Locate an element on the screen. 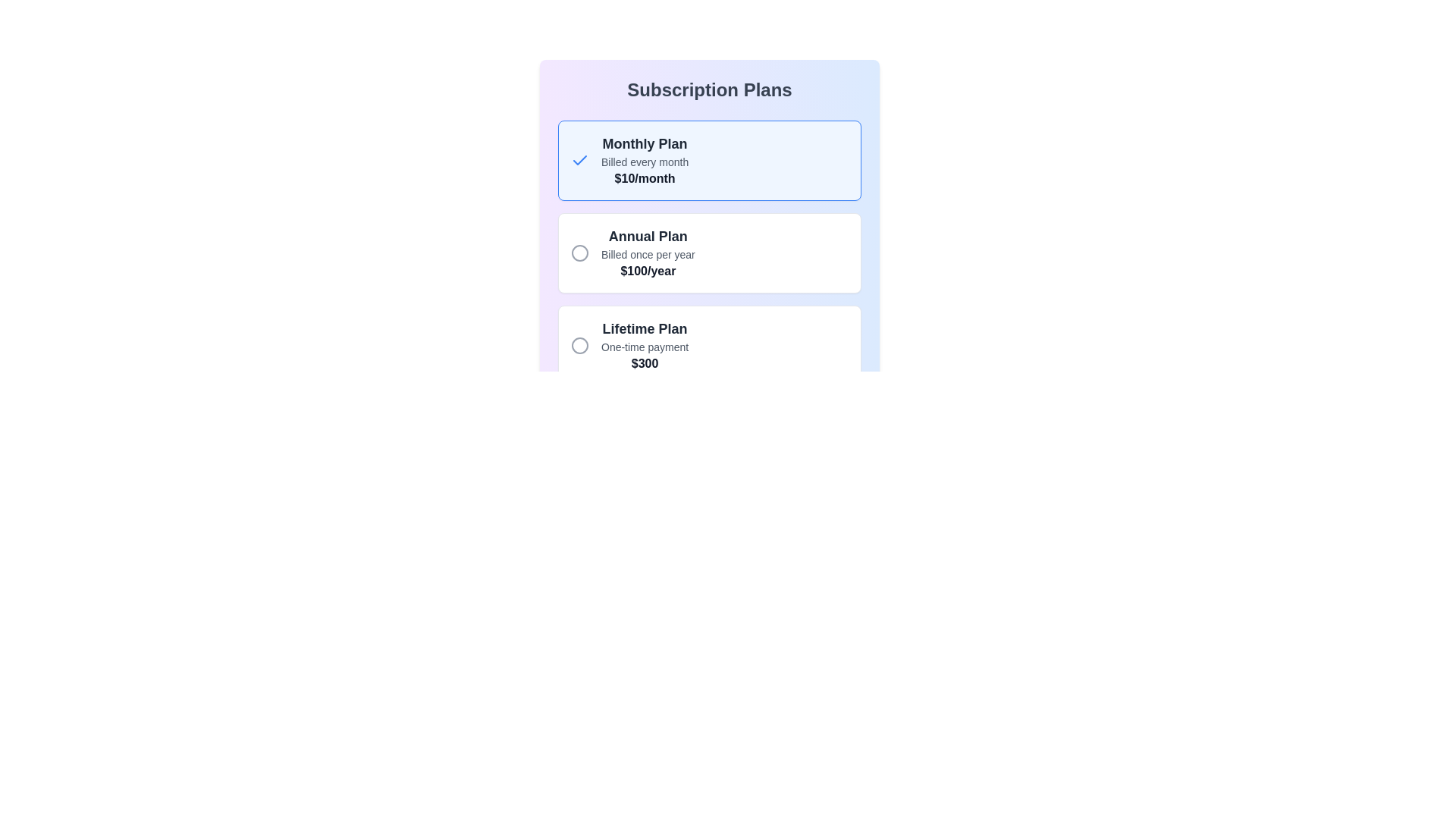 The width and height of the screenshot is (1456, 819). the radio button on the 'Annual Plan' subscription card is located at coordinates (709, 253).